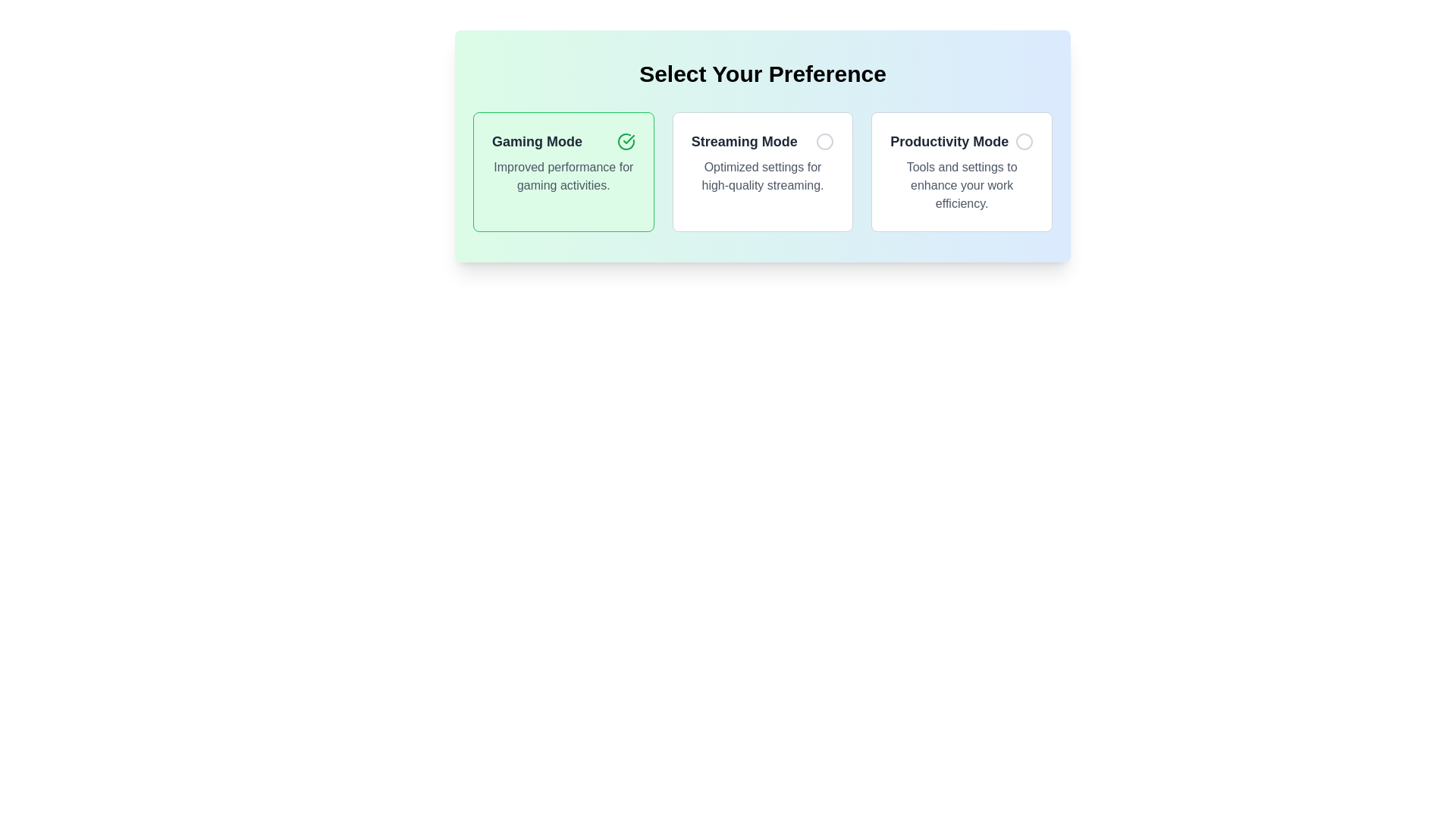 The height and width of the screenshot is (819, 1456). Describe the element at coordinates (824, 141) in the screenshot. I see `the Streaming Mode icon, which indicates selection or availability for the Streaming Mode setting, located to the right of the section title 'Streaming Mode'` at that location.